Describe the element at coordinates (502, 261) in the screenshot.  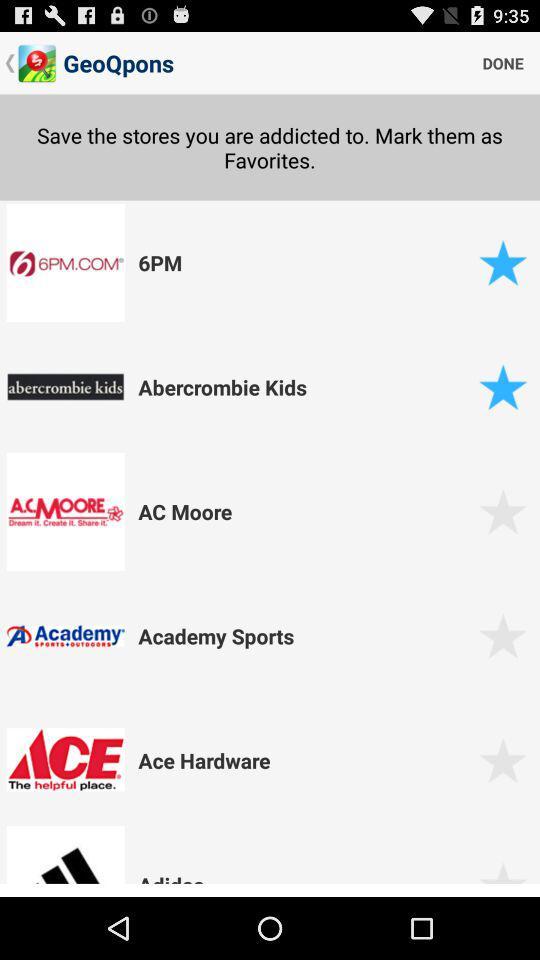
I see `favourite` at that location.